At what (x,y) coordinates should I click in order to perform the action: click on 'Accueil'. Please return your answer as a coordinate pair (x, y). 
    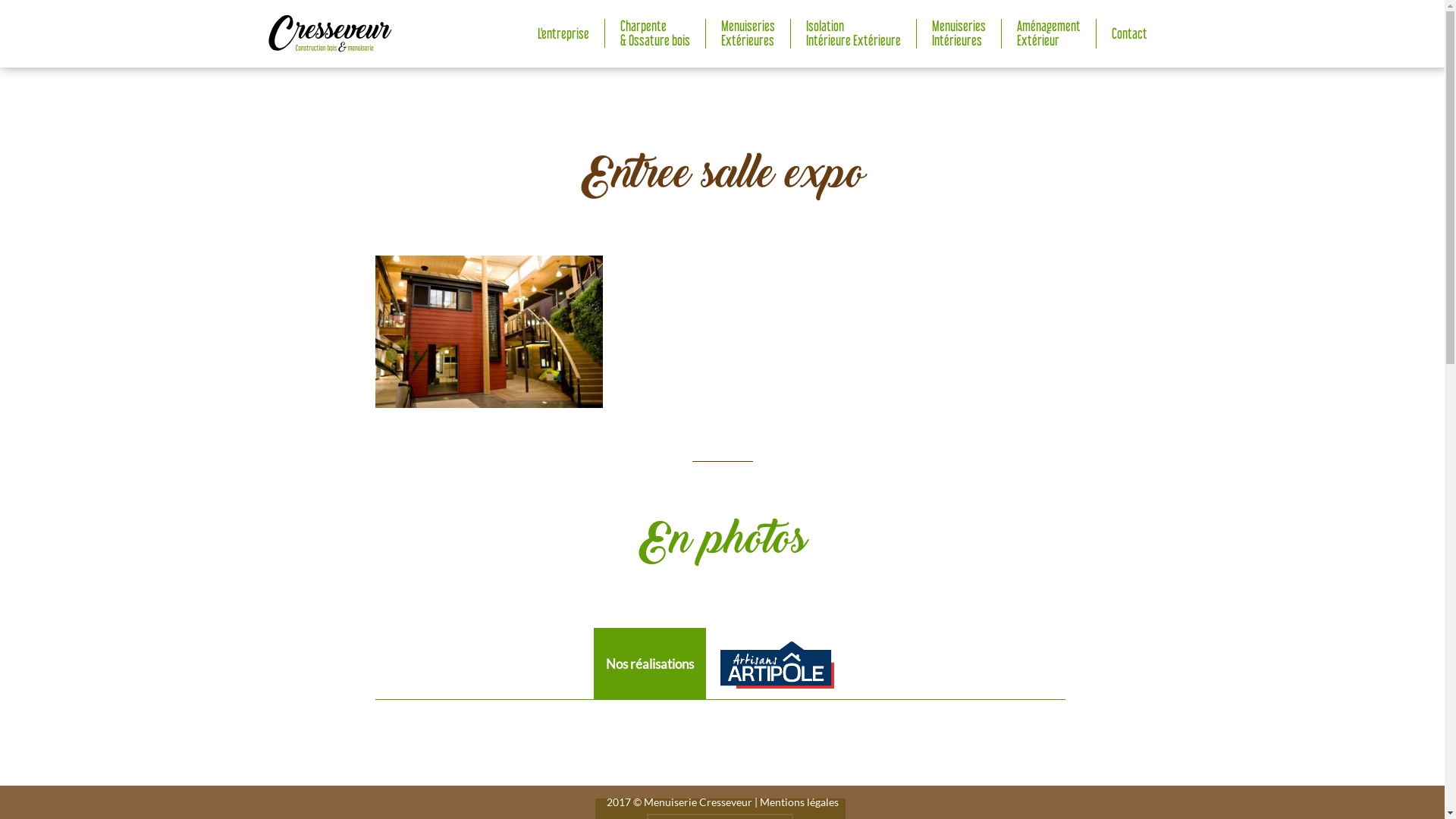
    Looking at the image, I should click on (328, 32).